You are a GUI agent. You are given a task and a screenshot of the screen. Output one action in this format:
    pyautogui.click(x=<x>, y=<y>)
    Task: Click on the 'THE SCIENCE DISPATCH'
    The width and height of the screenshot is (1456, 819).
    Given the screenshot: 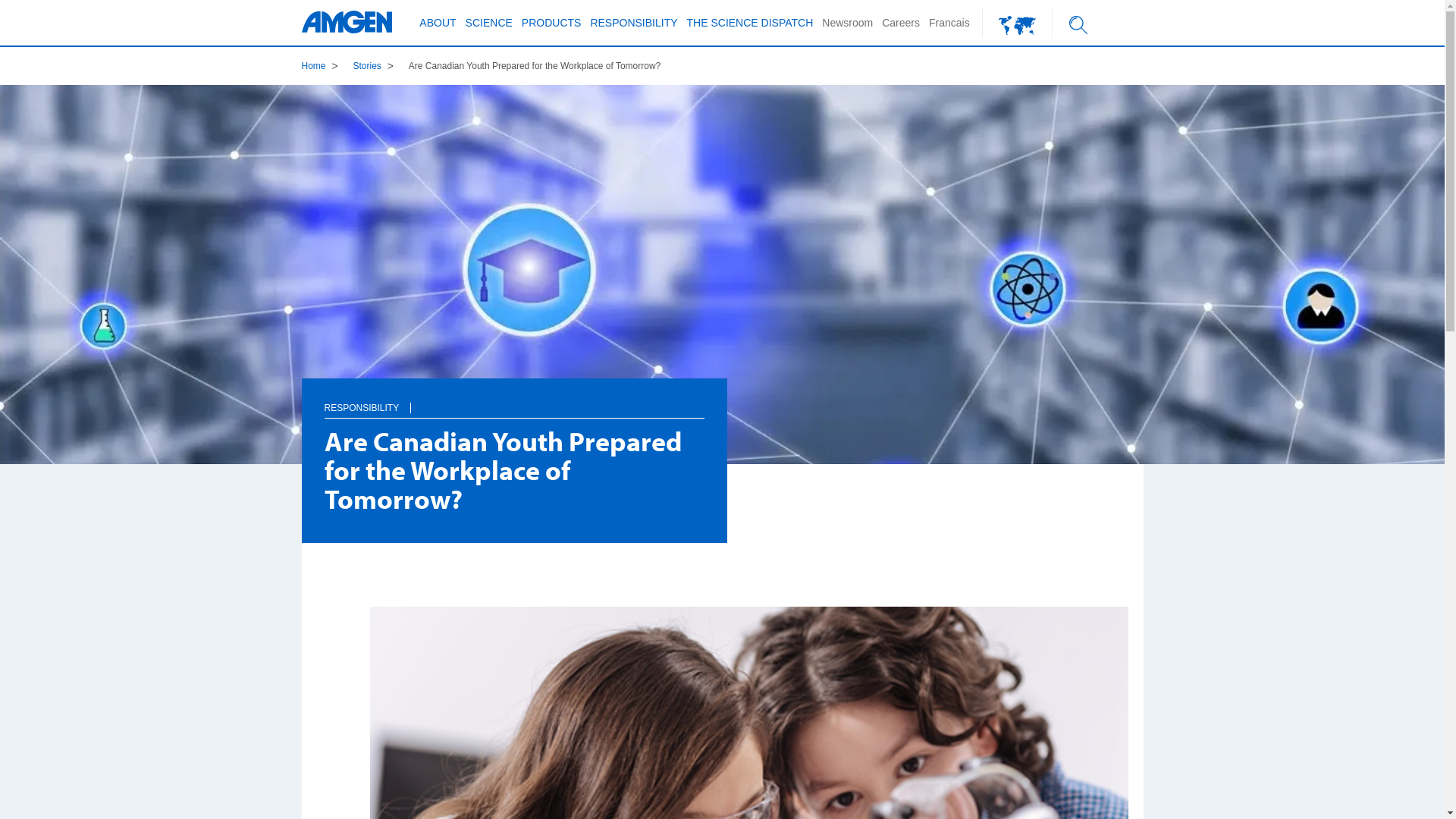 What is the action you would take?
    pyautogui.click(x=682, y=23)
    